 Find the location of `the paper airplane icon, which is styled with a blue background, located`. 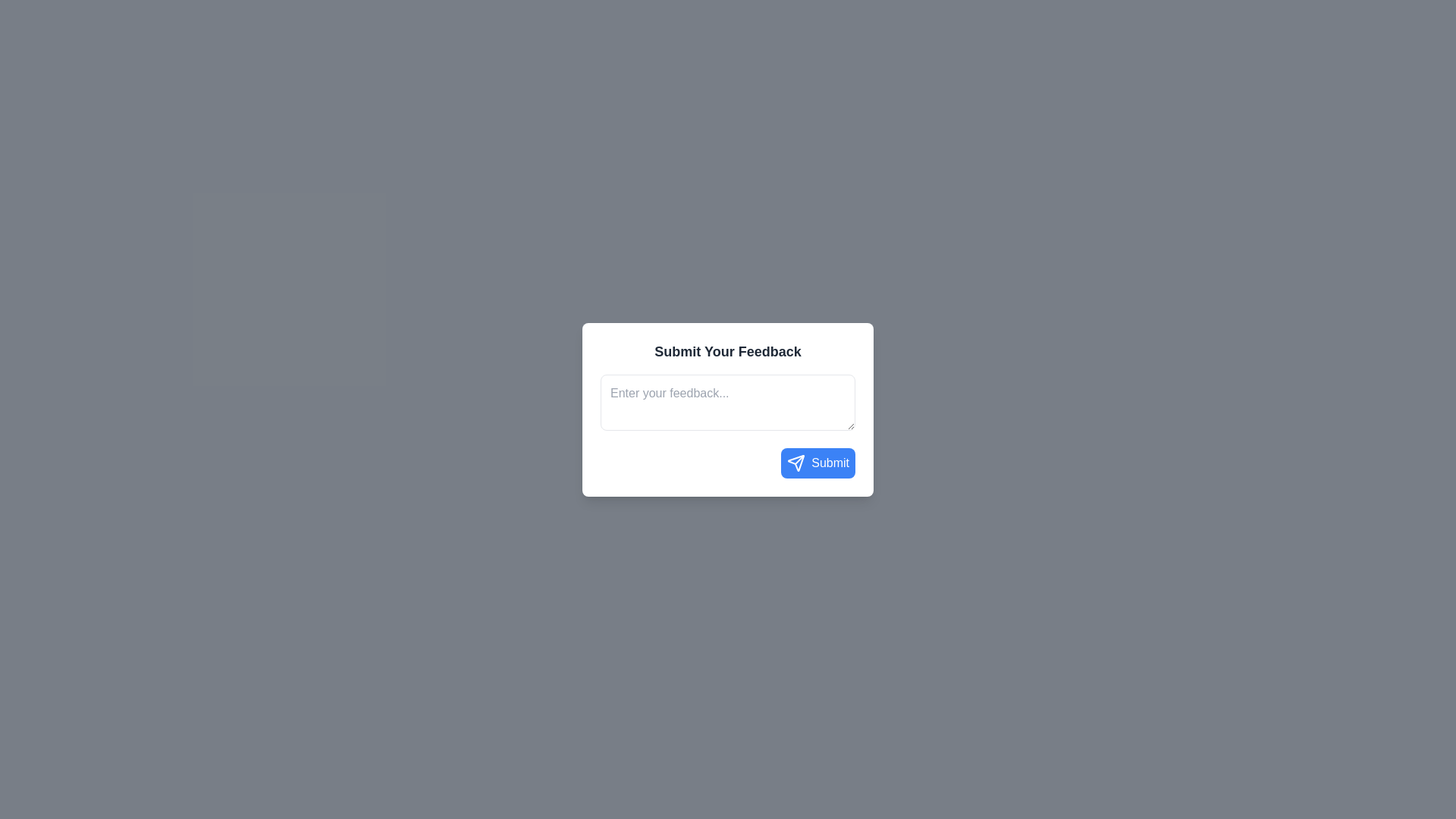

the paper airplane icon, which is styled with a blue background, located is located at coordinates (795, 462).